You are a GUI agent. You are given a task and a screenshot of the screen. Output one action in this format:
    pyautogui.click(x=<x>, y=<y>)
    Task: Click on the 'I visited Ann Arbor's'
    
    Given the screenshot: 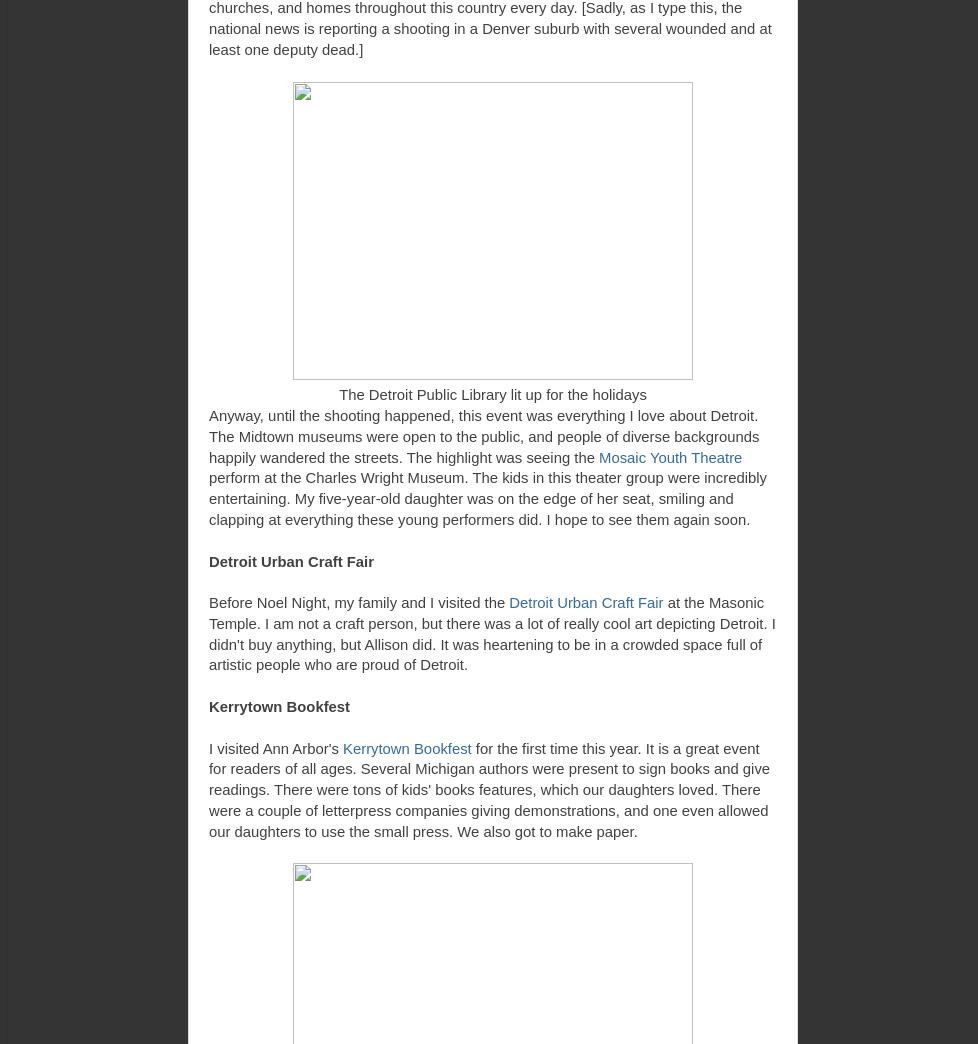 What is the action you would take?
    pyautogui.click(x=274, y=748)
    